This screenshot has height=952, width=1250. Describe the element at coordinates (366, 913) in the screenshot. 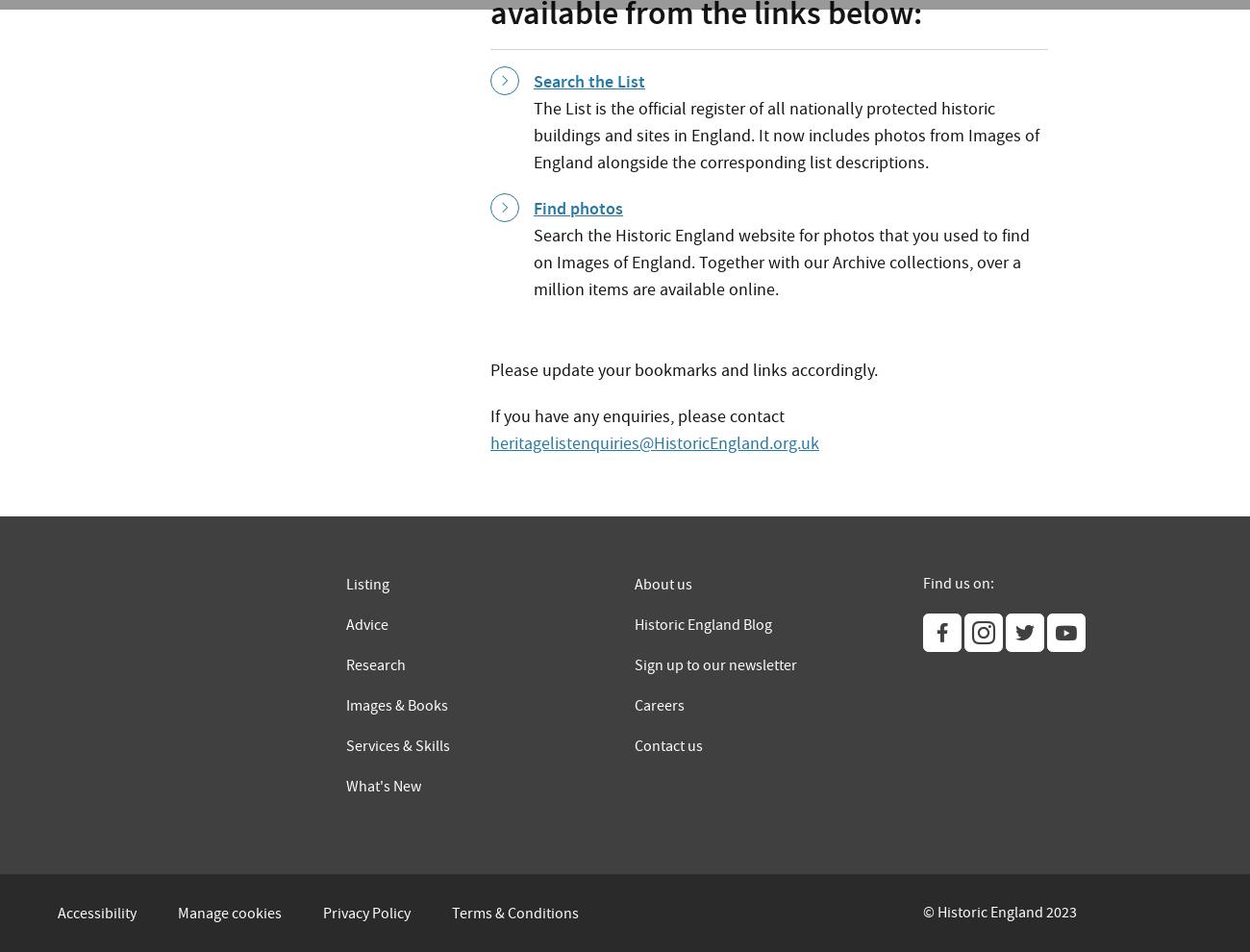

I see `'Privacy Policy'` at that location.